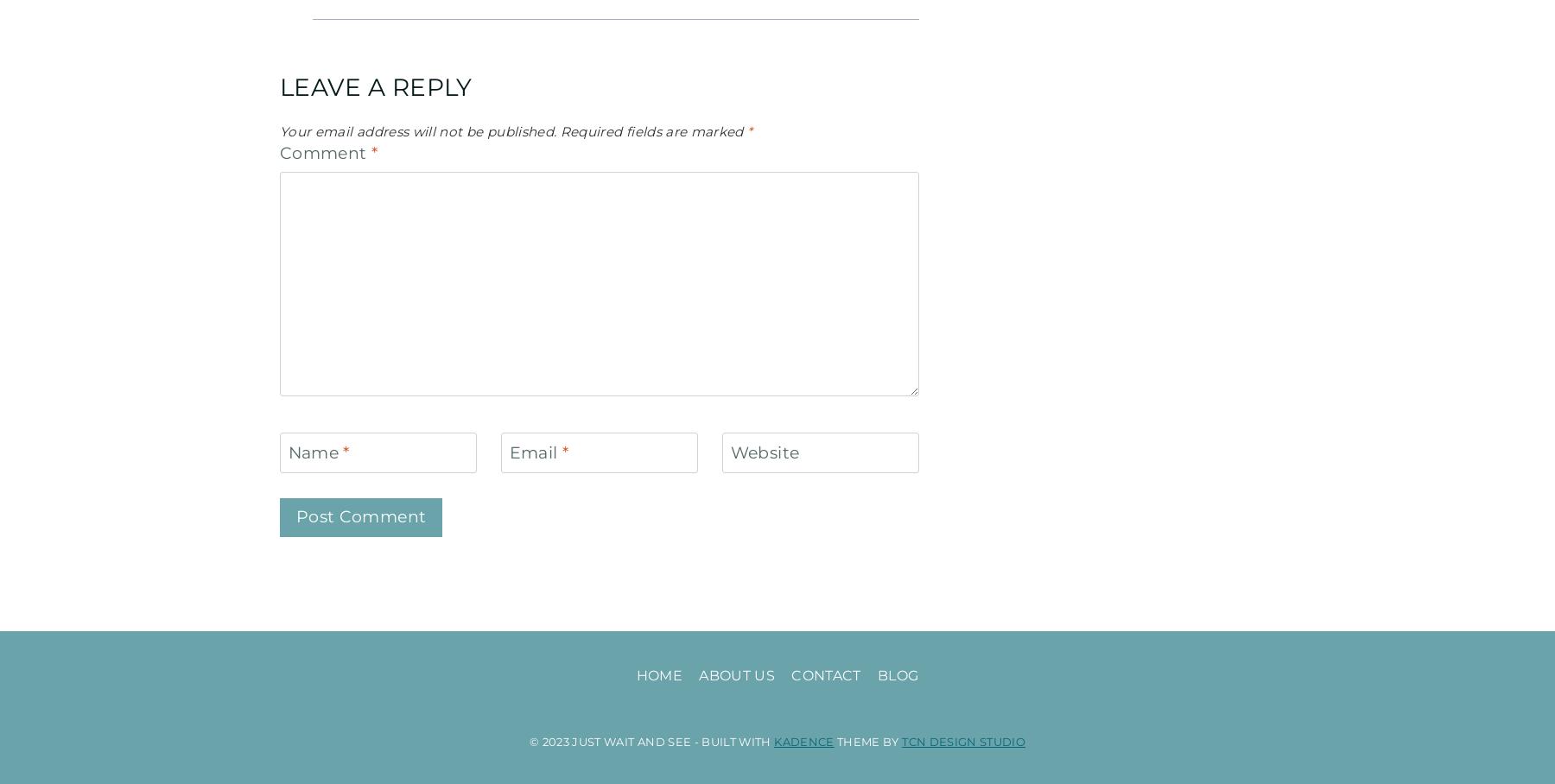  I want to click on 'Blog', so click(897, 674).